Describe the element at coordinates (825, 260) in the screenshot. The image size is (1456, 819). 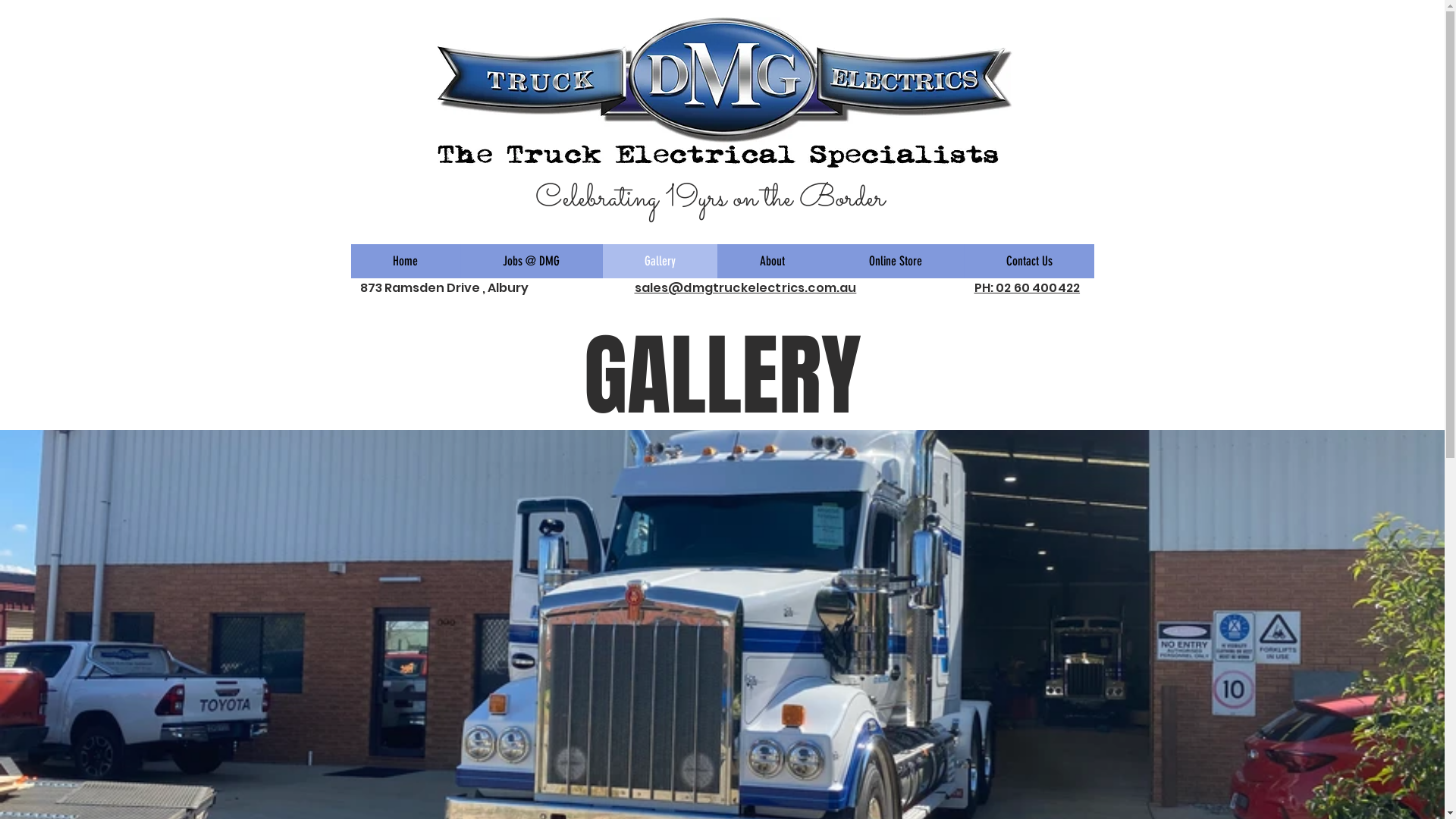
I see `'Online Store'` at that location.